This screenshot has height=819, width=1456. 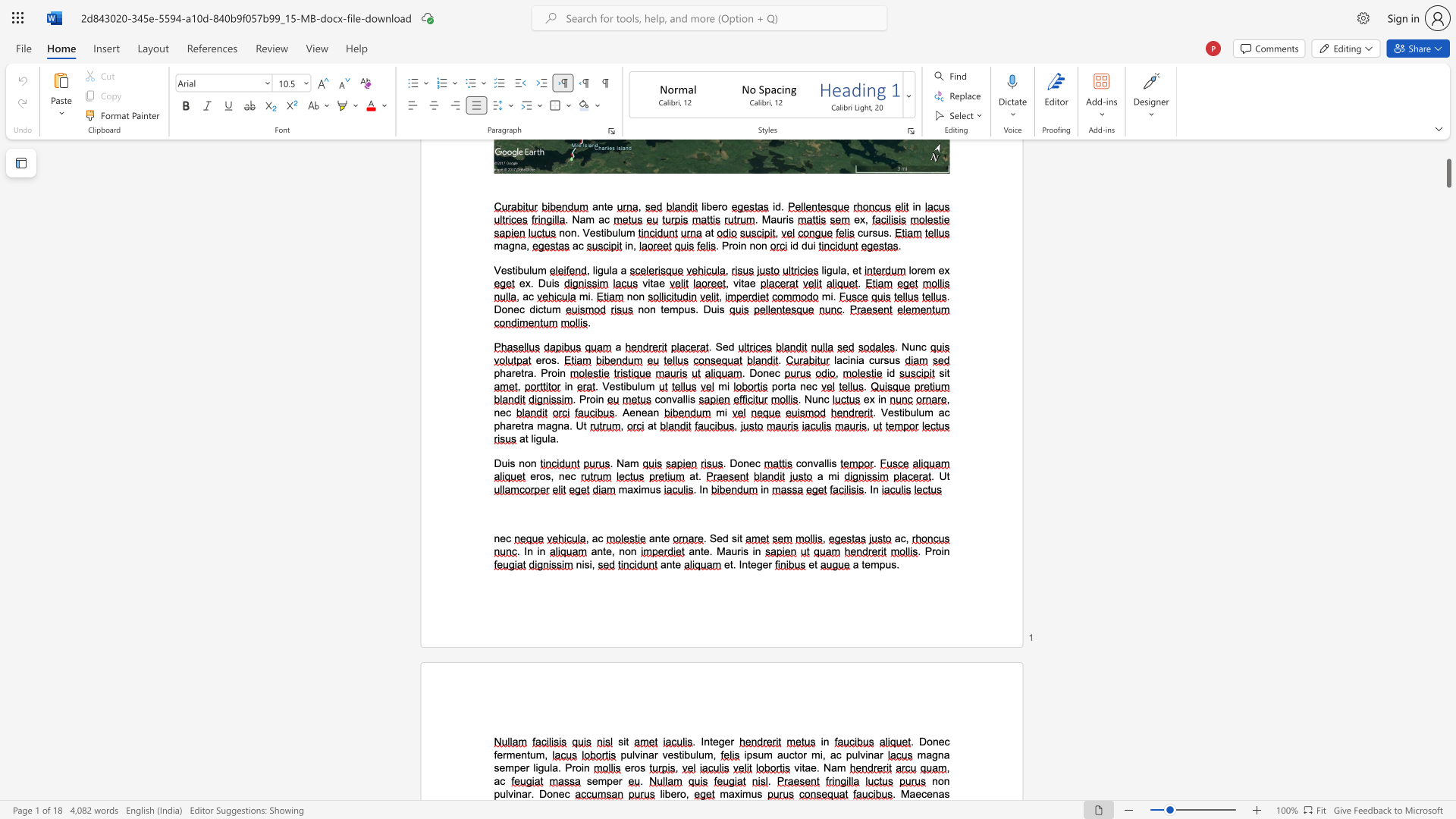 I want to click on the 1th character "l" in the text, so click(x=507, y=793).